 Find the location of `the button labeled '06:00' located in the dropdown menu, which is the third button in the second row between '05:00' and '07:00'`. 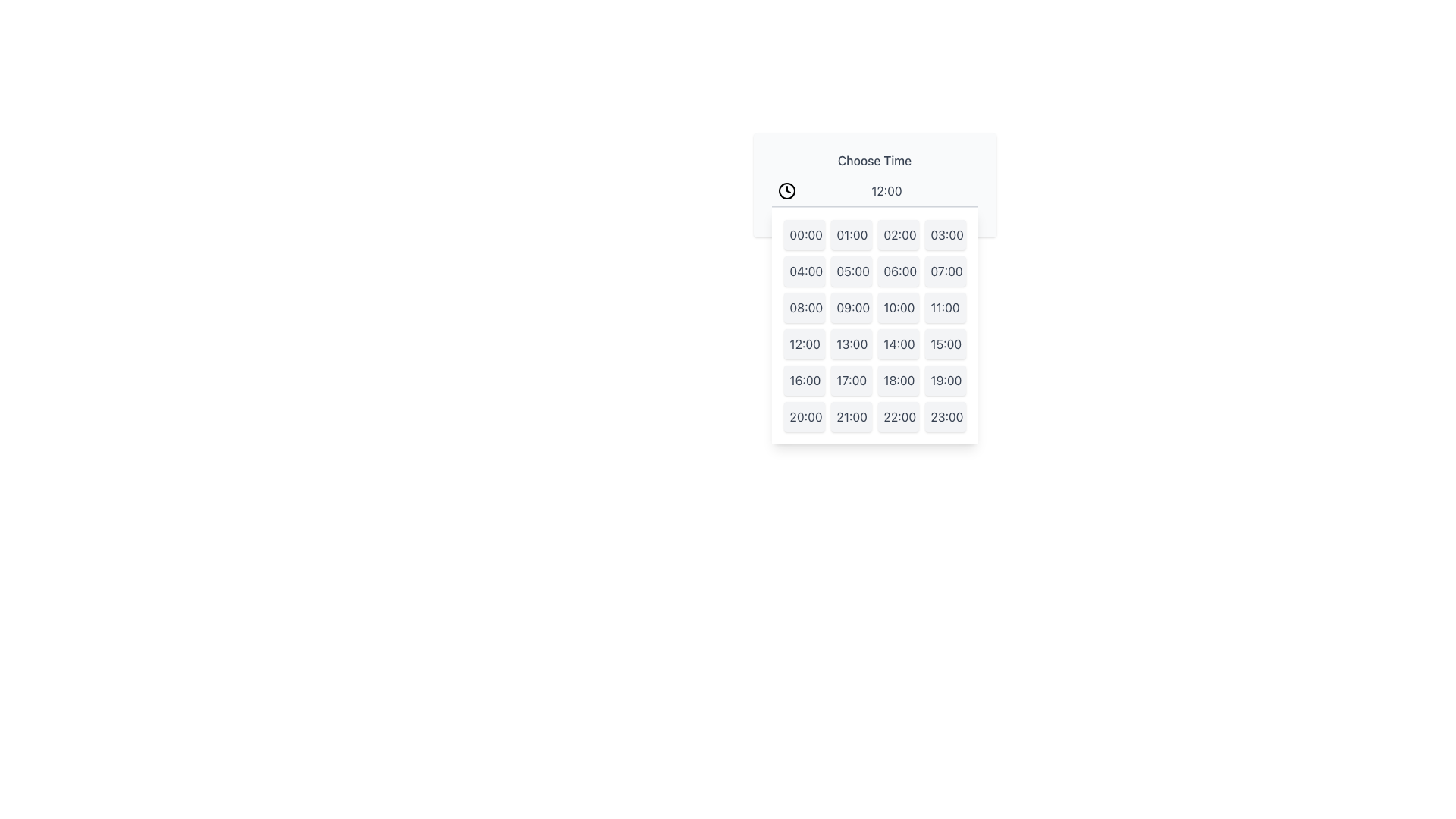

the button labeled '06:00' located in the dropdown menu, which is the third button in the second row between '05:00' and '07:00' is located at coordinates (898, 271).